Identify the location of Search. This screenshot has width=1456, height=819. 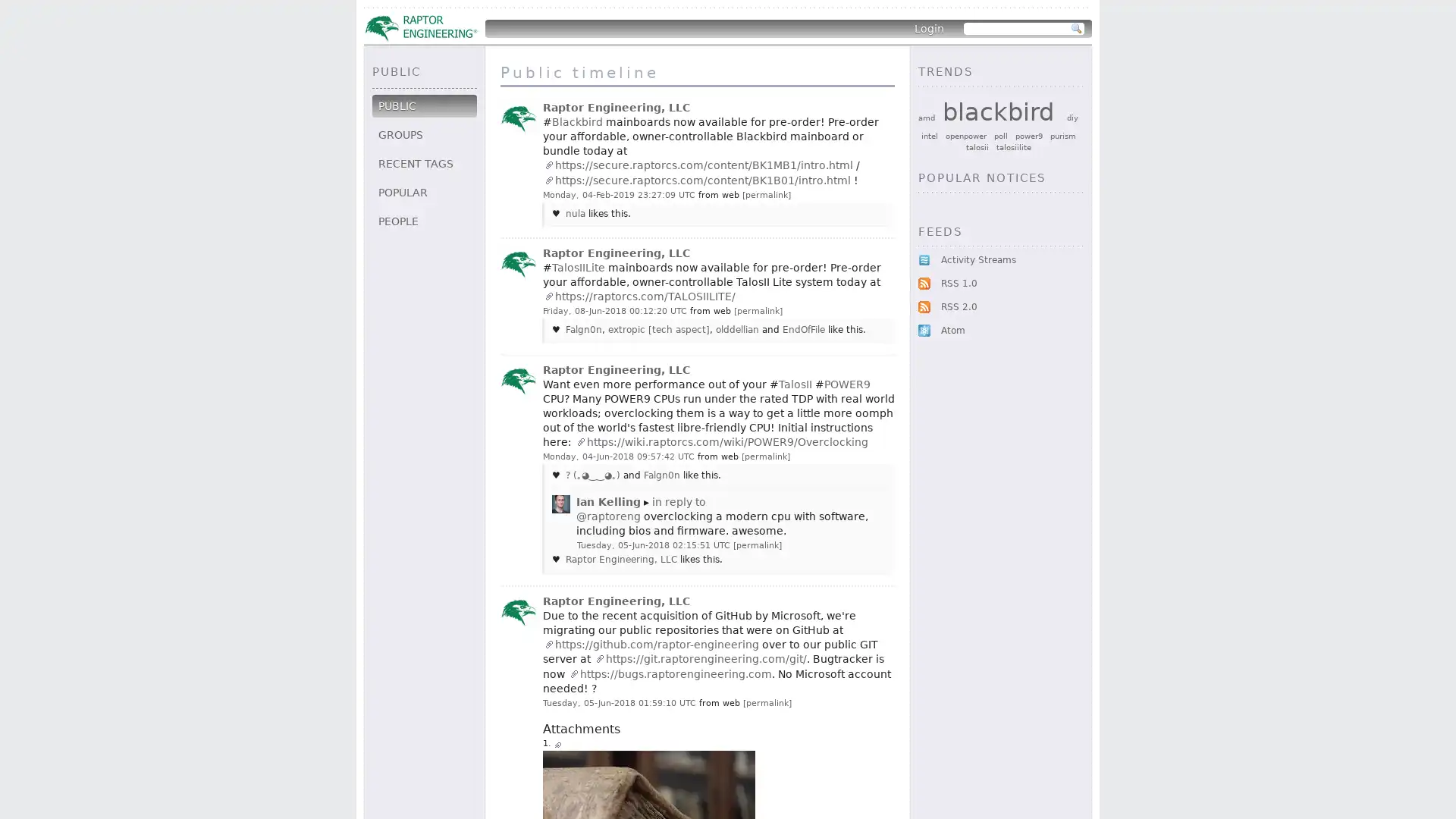
(1076, 29).